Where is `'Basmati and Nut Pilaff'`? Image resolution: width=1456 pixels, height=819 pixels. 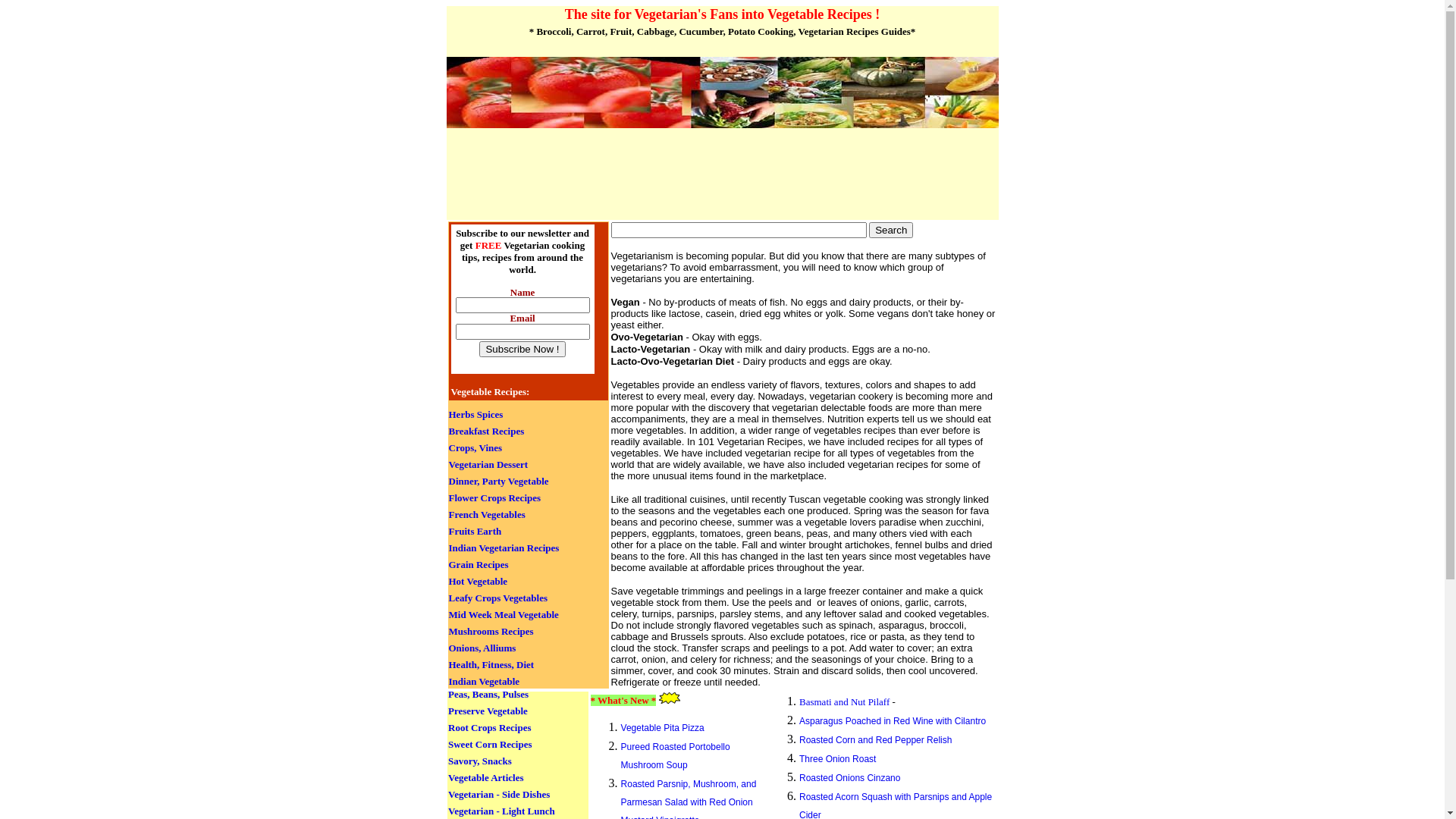 'Basmati and Nut Pilaff' is located at coordinates (799, 701).